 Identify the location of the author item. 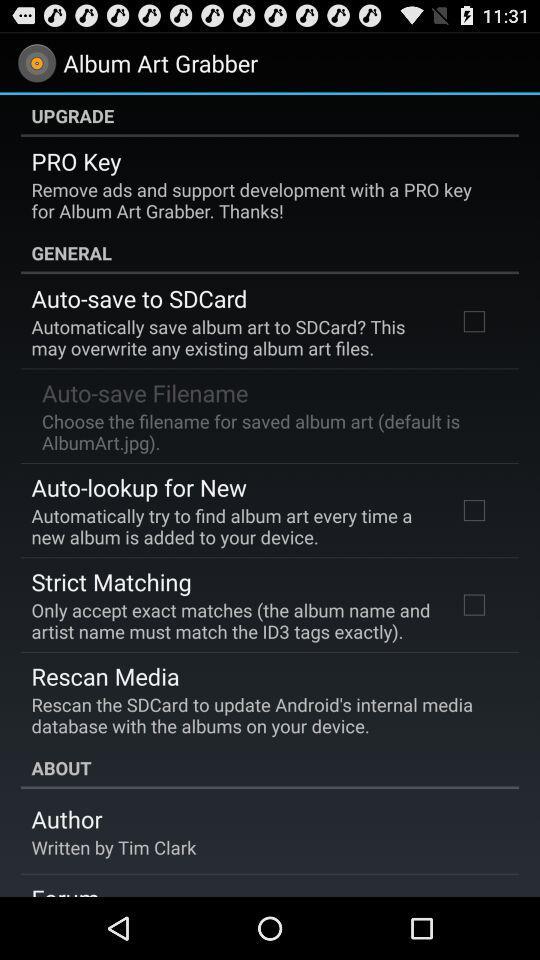
(66, 819).